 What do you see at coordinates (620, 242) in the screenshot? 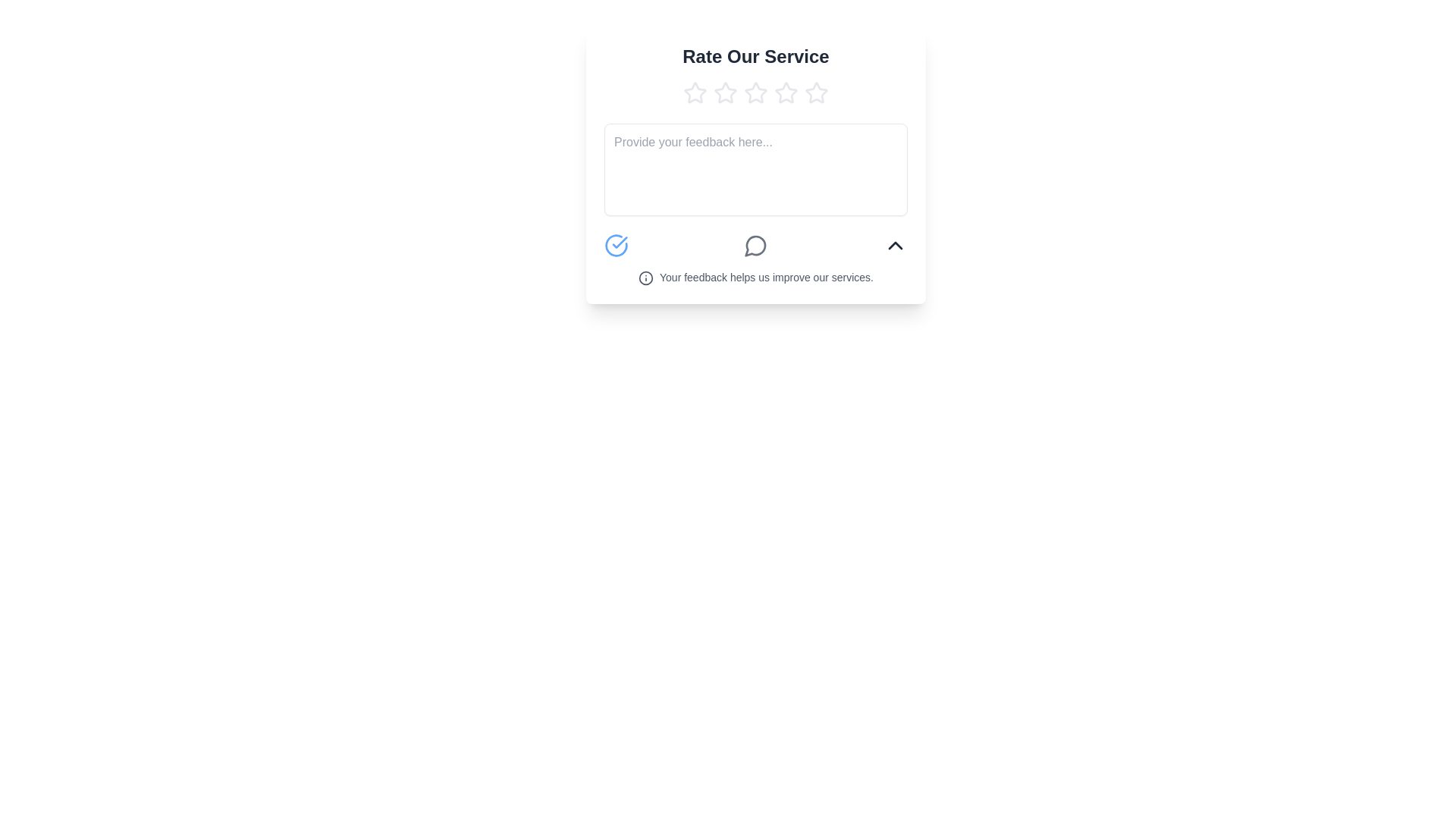
I see `the checkmark icon located to the left of the text 'Your feedback helps us improve our services.' inside a circular icon at the bottom-left of the card component` at bounding box center [620, 242].